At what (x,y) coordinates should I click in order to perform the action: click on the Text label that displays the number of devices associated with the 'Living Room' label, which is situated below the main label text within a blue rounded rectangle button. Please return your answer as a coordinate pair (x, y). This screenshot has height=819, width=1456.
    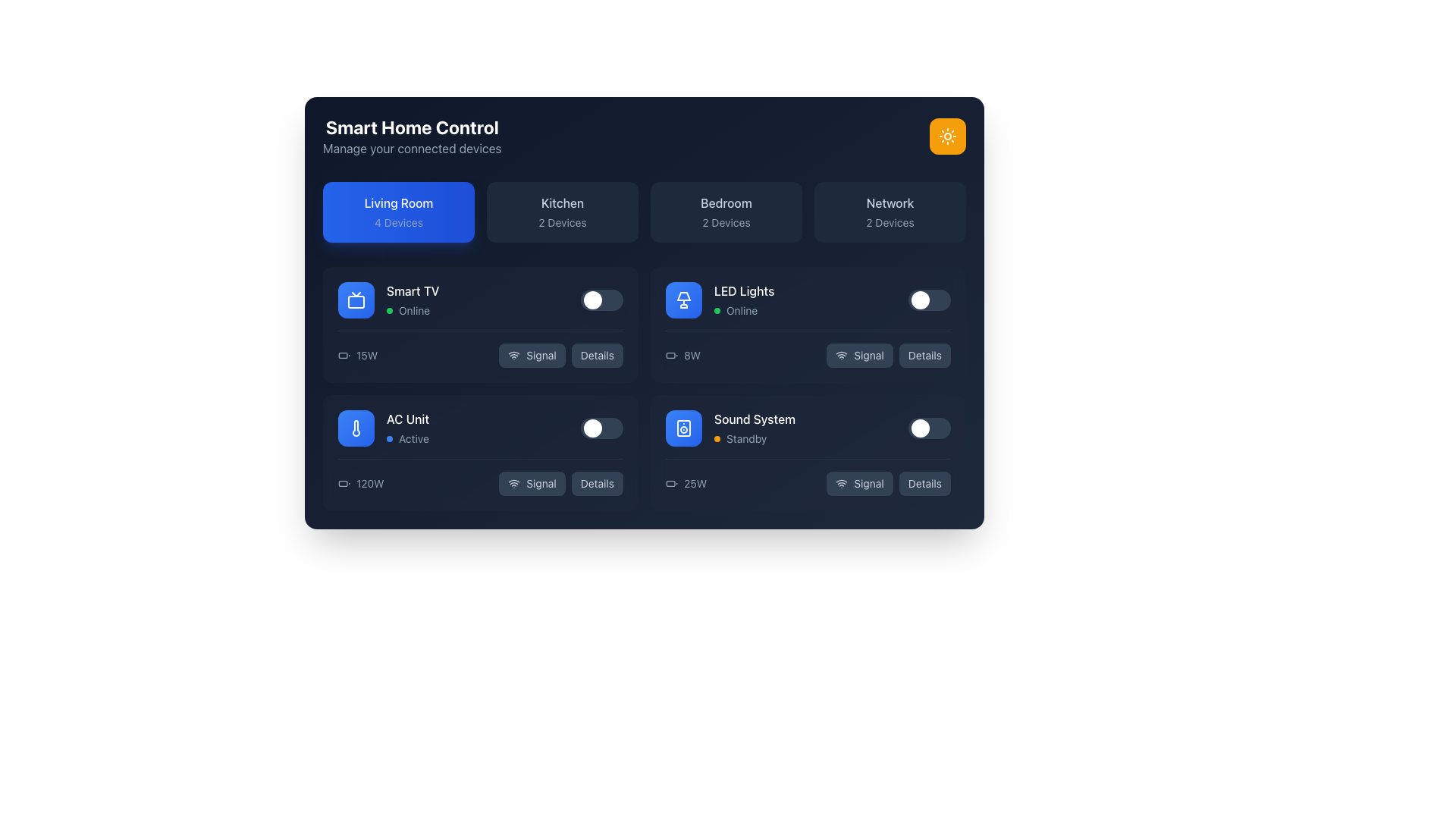
    Looking at the image, I should click on (399, 222).